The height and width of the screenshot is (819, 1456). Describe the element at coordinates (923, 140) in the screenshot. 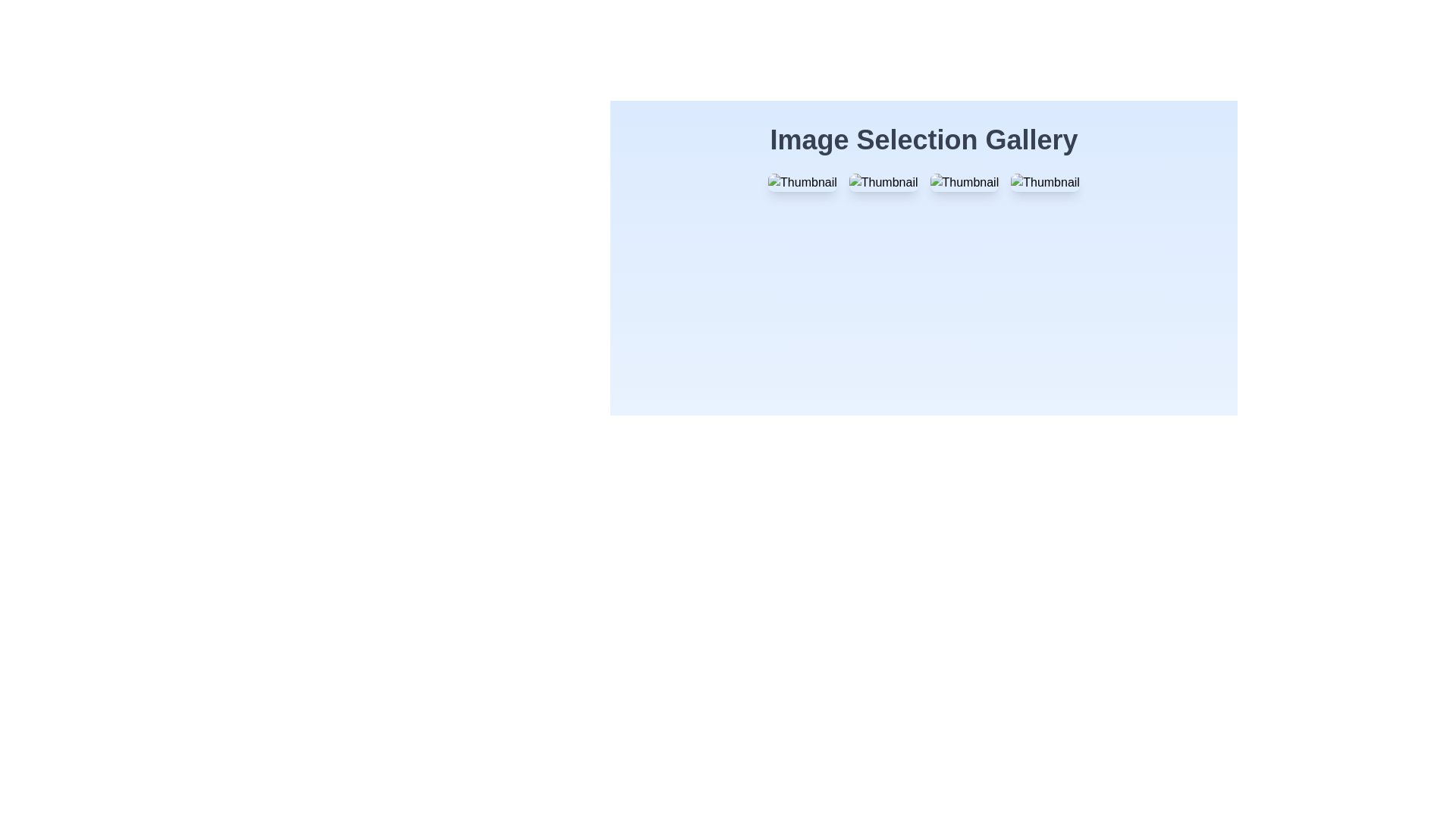

I see `the header text 'Image Selection Gallery' displayed prominently at the top of the view` at that location.